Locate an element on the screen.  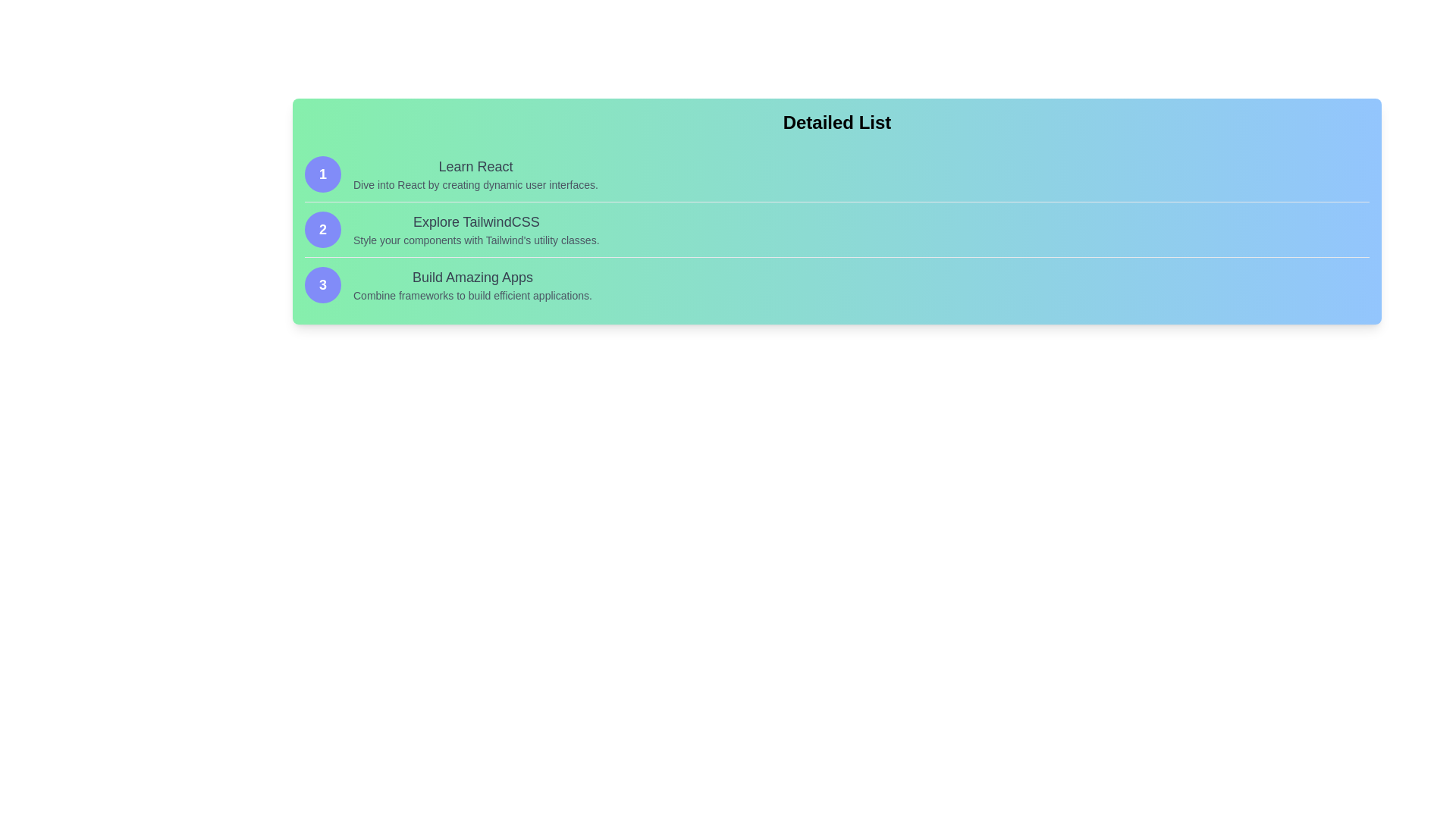
the text block that contains the header 'Learn React' and the description 'Dive into React by creating dynamic user interfaces.' which is positioned under the 'Detailed List' heading is located at coordinates (475, 174).